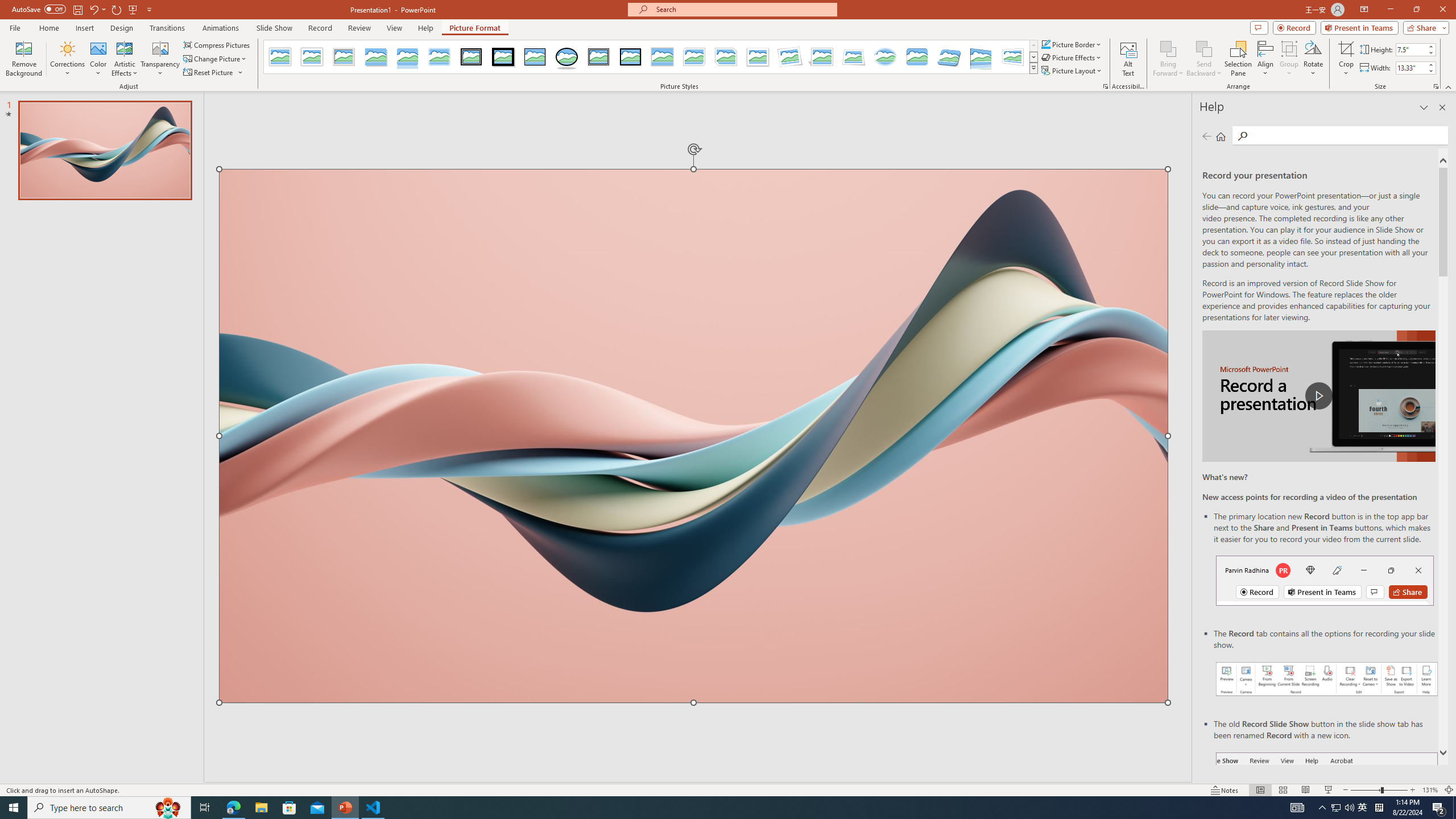  Describe the element at coordinates (1238, 59) in the screenshot. I see `'Selection Pane...'` at that location.